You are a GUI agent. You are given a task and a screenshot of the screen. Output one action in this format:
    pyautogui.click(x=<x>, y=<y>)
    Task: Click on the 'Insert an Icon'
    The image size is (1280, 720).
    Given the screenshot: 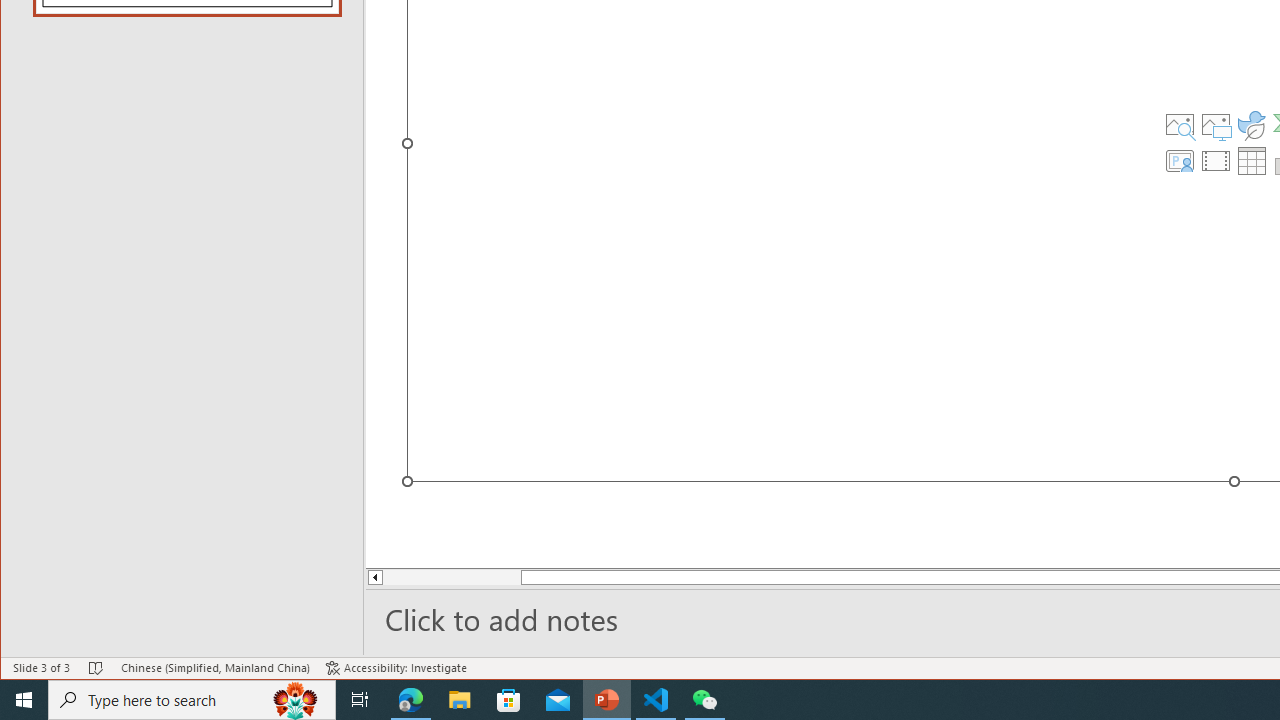 What is the action you would take?
    pyautogui.click(x=1251, y=124)
    